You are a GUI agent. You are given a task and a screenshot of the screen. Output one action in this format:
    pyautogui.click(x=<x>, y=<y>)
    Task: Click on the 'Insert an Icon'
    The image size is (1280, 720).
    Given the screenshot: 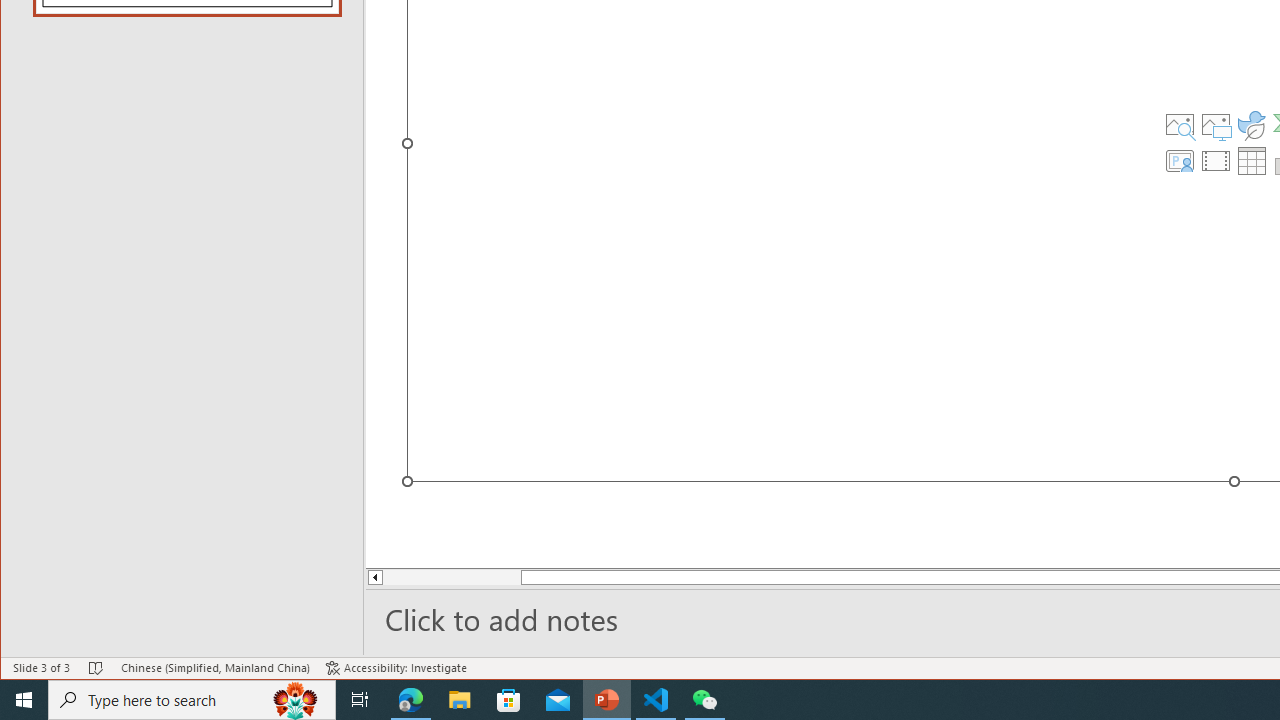 What is the action you would take?
    pyautogui.click(x=1251, y=124)
    